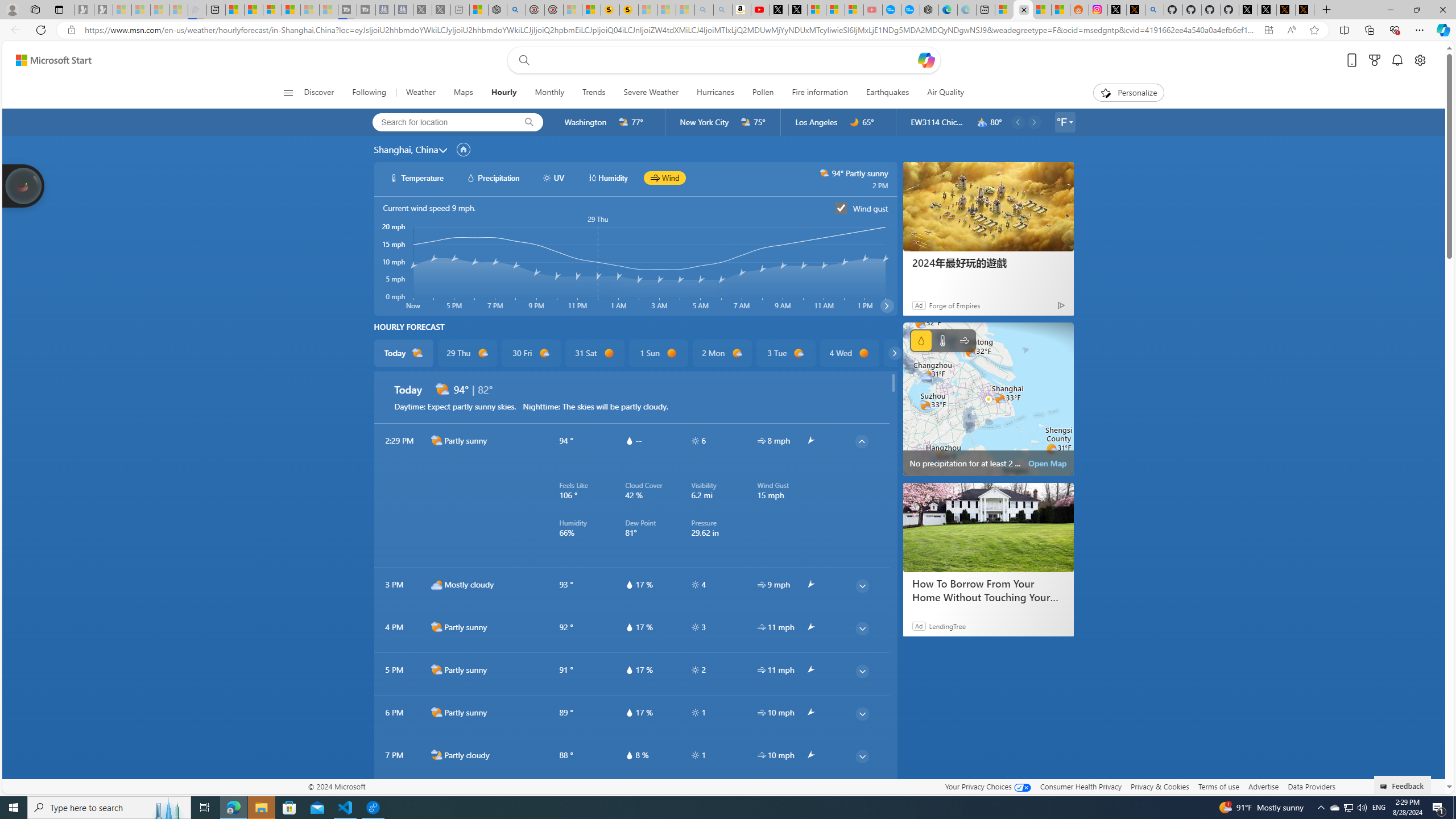 This screenshot has width=1456, height=819. I want to click on '30 Fri d1000', so click(531, 353).